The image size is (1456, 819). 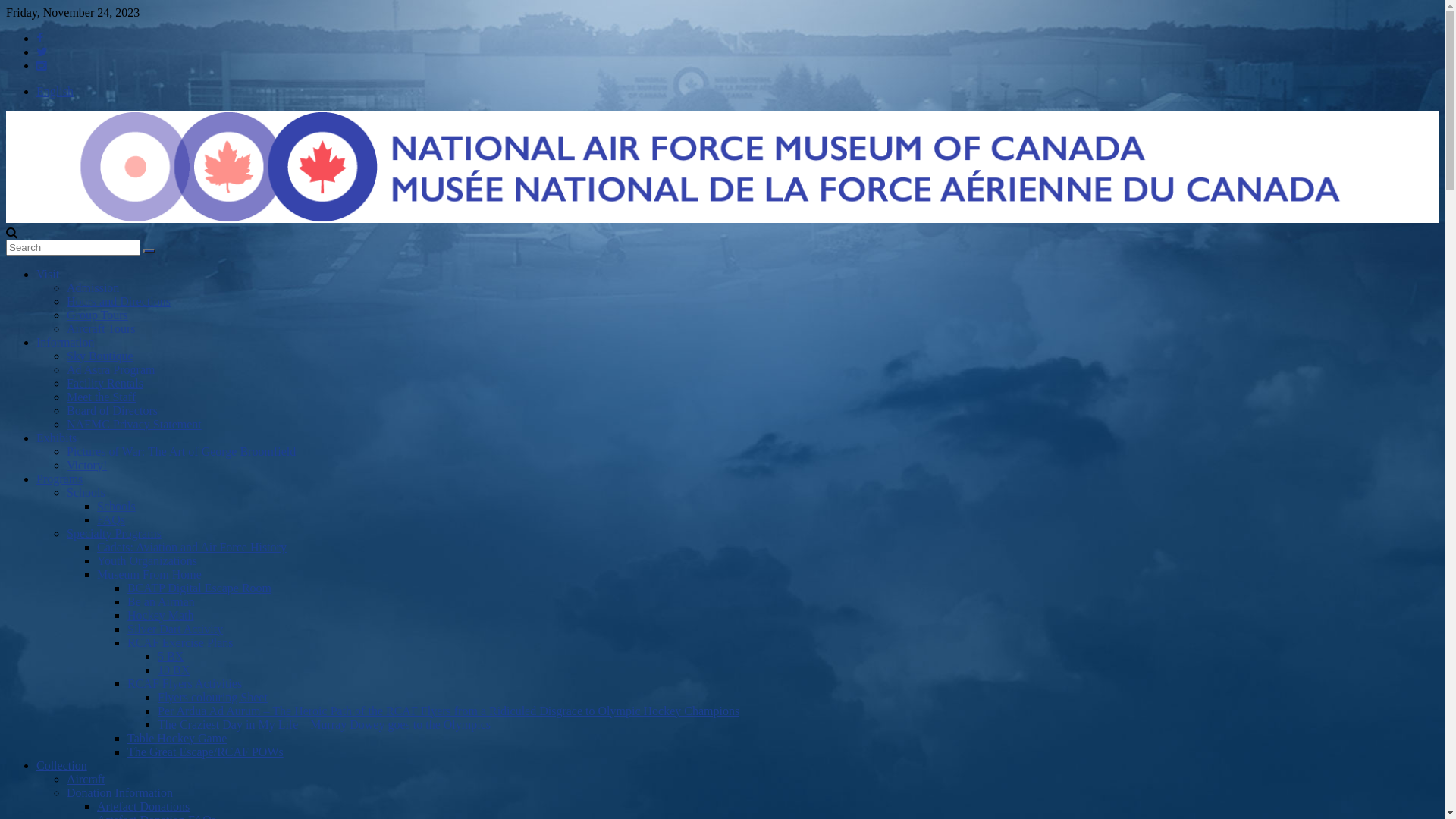 What do you see at coordinates (85, 492) in the screenshot?
I see `'Schools'` at bounding box center [85, 492].